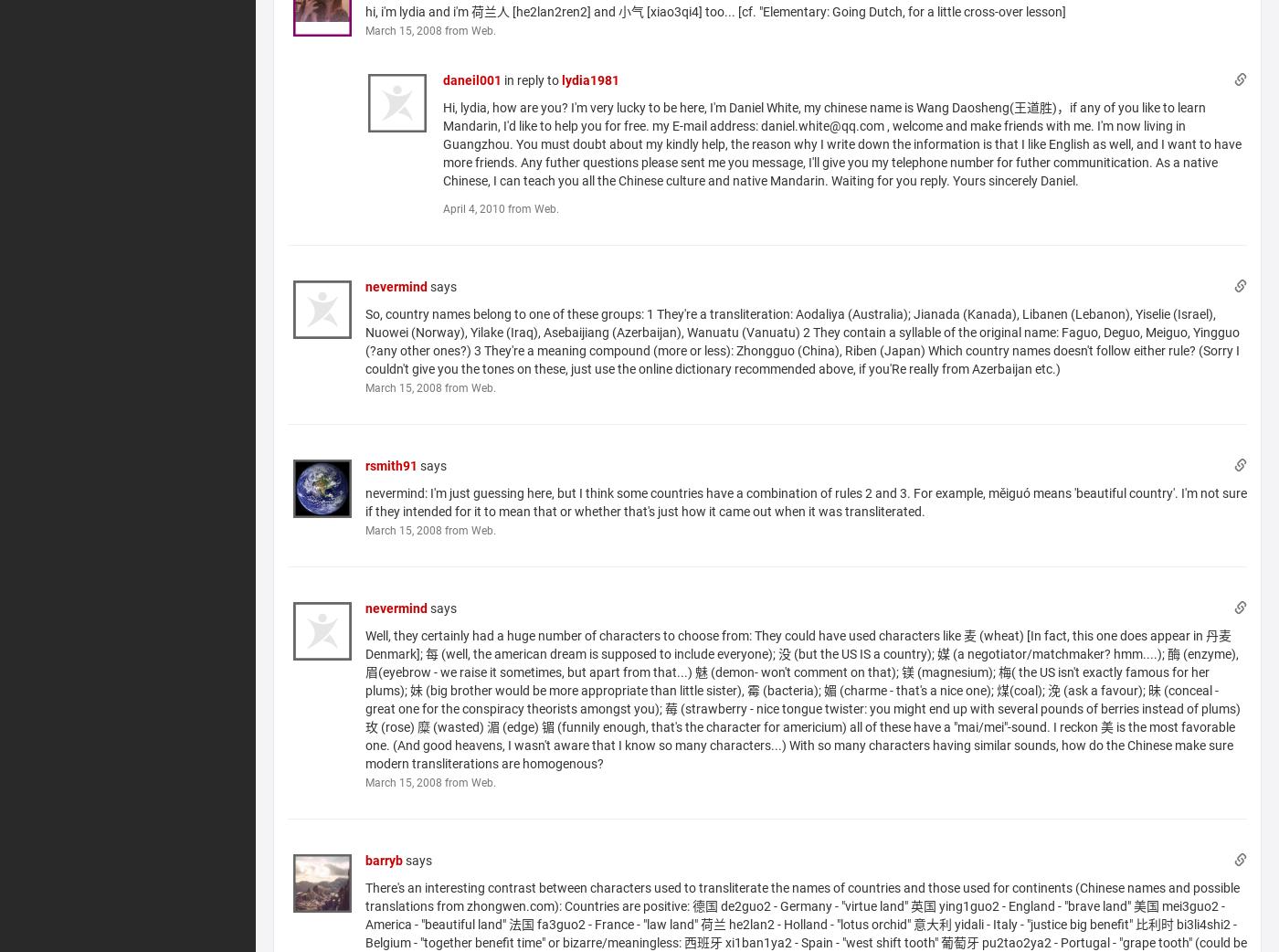 This screenshot has height=952, width=1279. What do you see at coordinates (364, 501) in the screenshot?
I see `'nevermind: I'm just guessing here, but I think some countries have a combination of rules 2 and 3. For example, měiguó means 'beautiful country'. I'm not sure if they intended for it to mean that or whether that's just how it came out when it was transliterated.'` at bounding box center [364, 501].